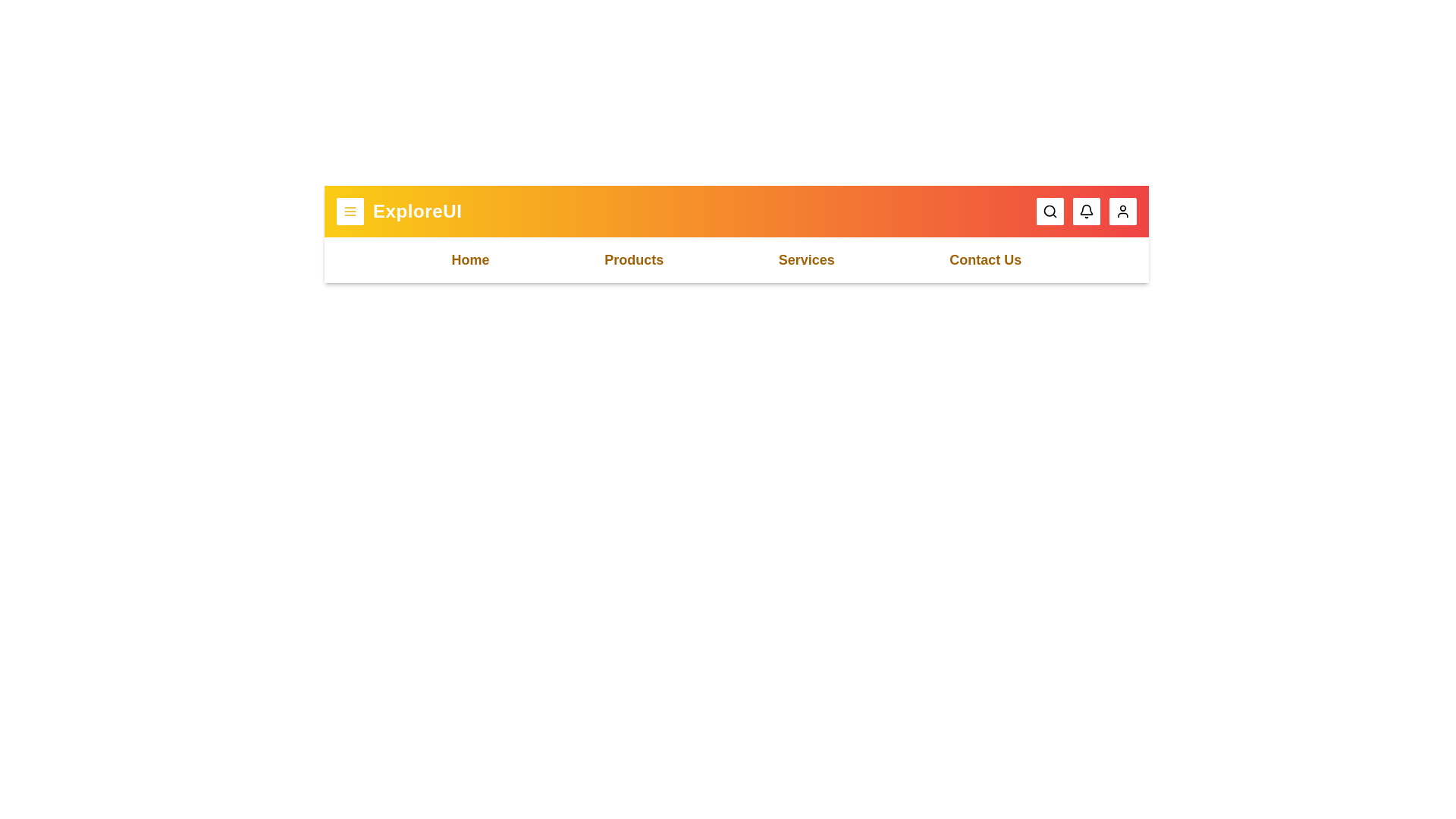 This screenshot has width=1456, height=819. Describe the element at coordinates (1050, 211) in the screenshot. I see `the search button to activate the search functionality` at that location.